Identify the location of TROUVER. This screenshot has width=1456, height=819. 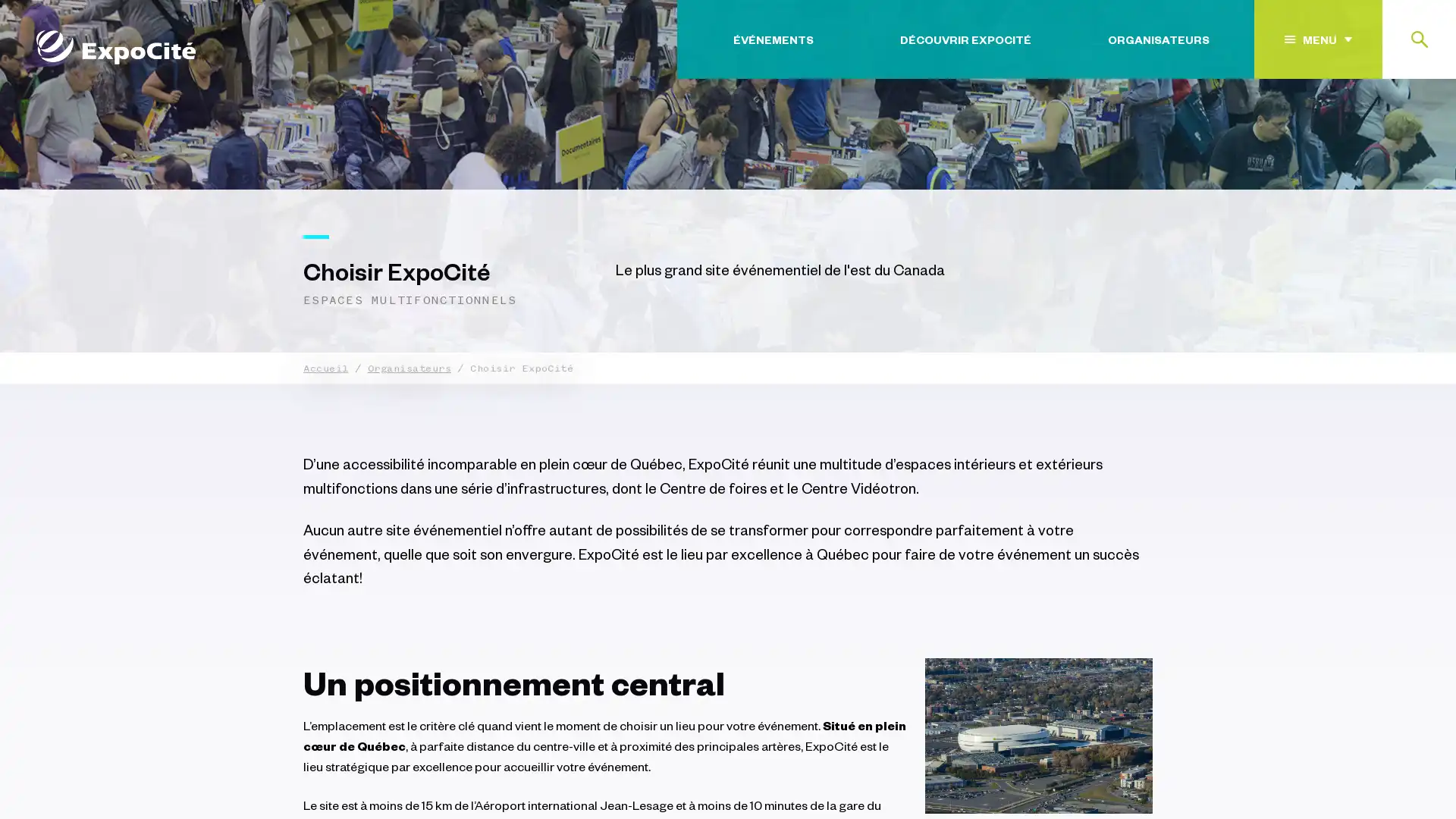
(1380, 131).